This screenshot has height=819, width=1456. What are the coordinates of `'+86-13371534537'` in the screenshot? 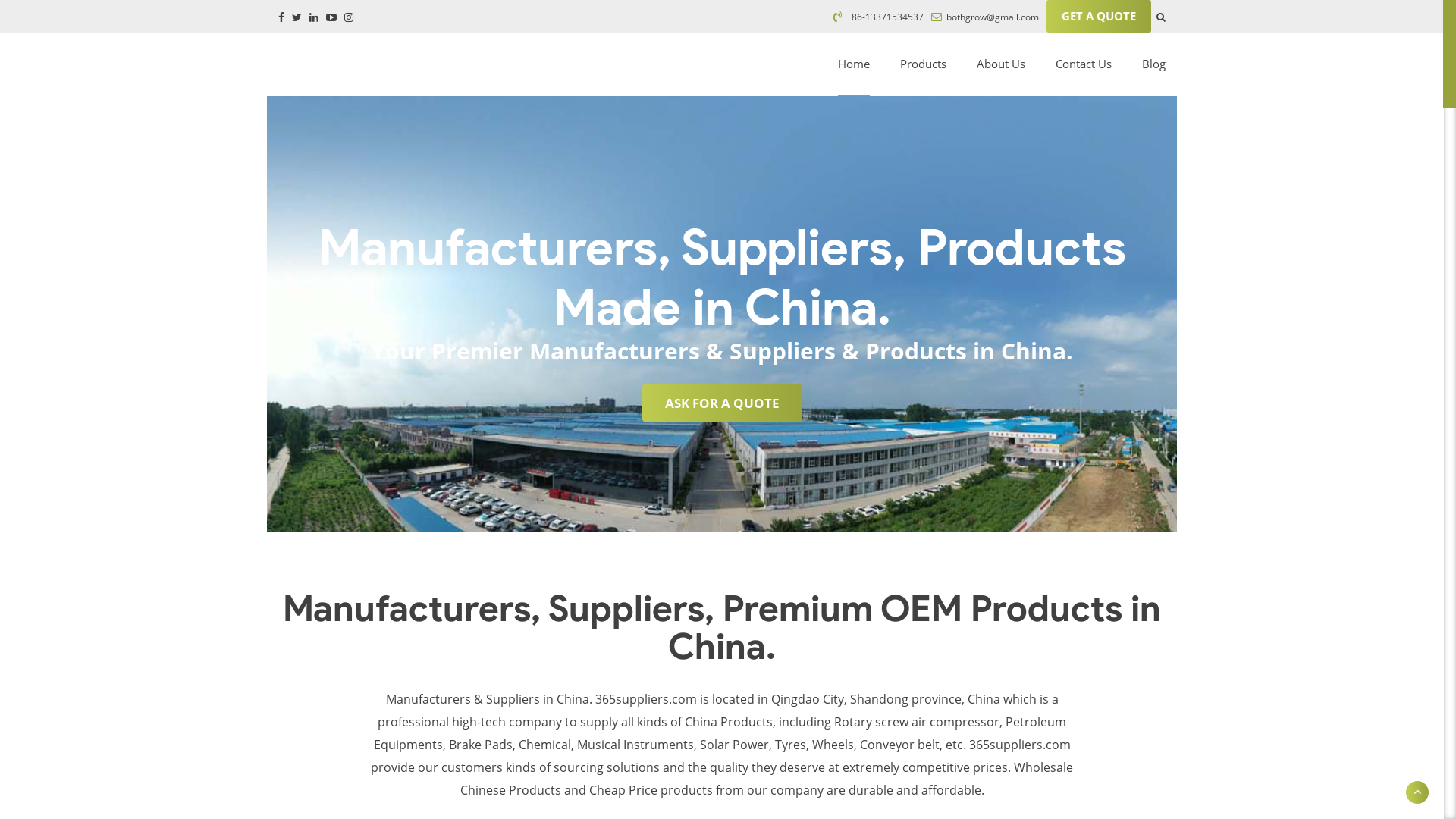 It's located at (833, 17).